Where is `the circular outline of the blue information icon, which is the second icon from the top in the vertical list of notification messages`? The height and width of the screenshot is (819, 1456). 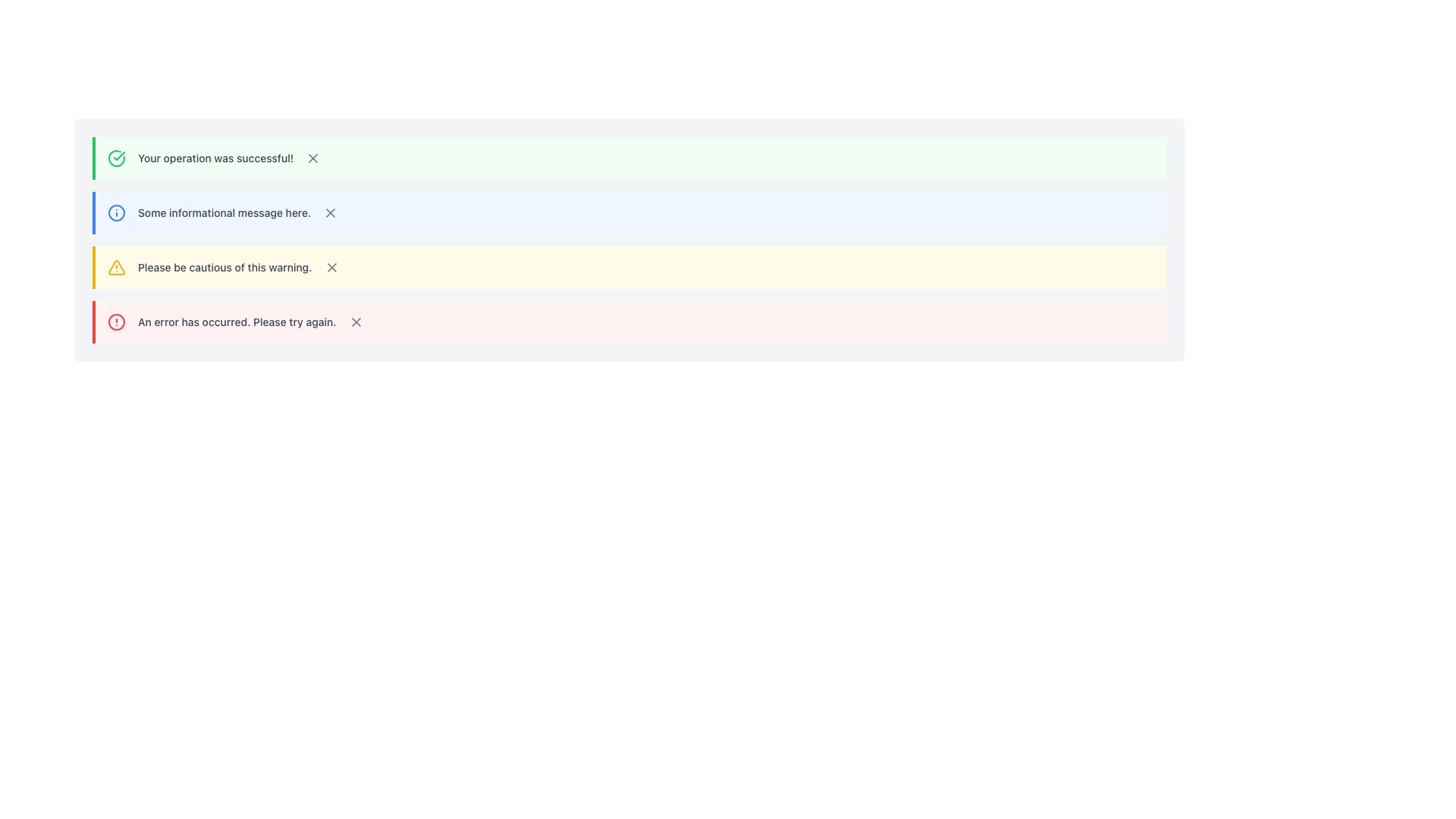 the circular outline of the blue information icon, which is the second icon from the top in the vertical list of notification messages is located at coordinates (115, 213).